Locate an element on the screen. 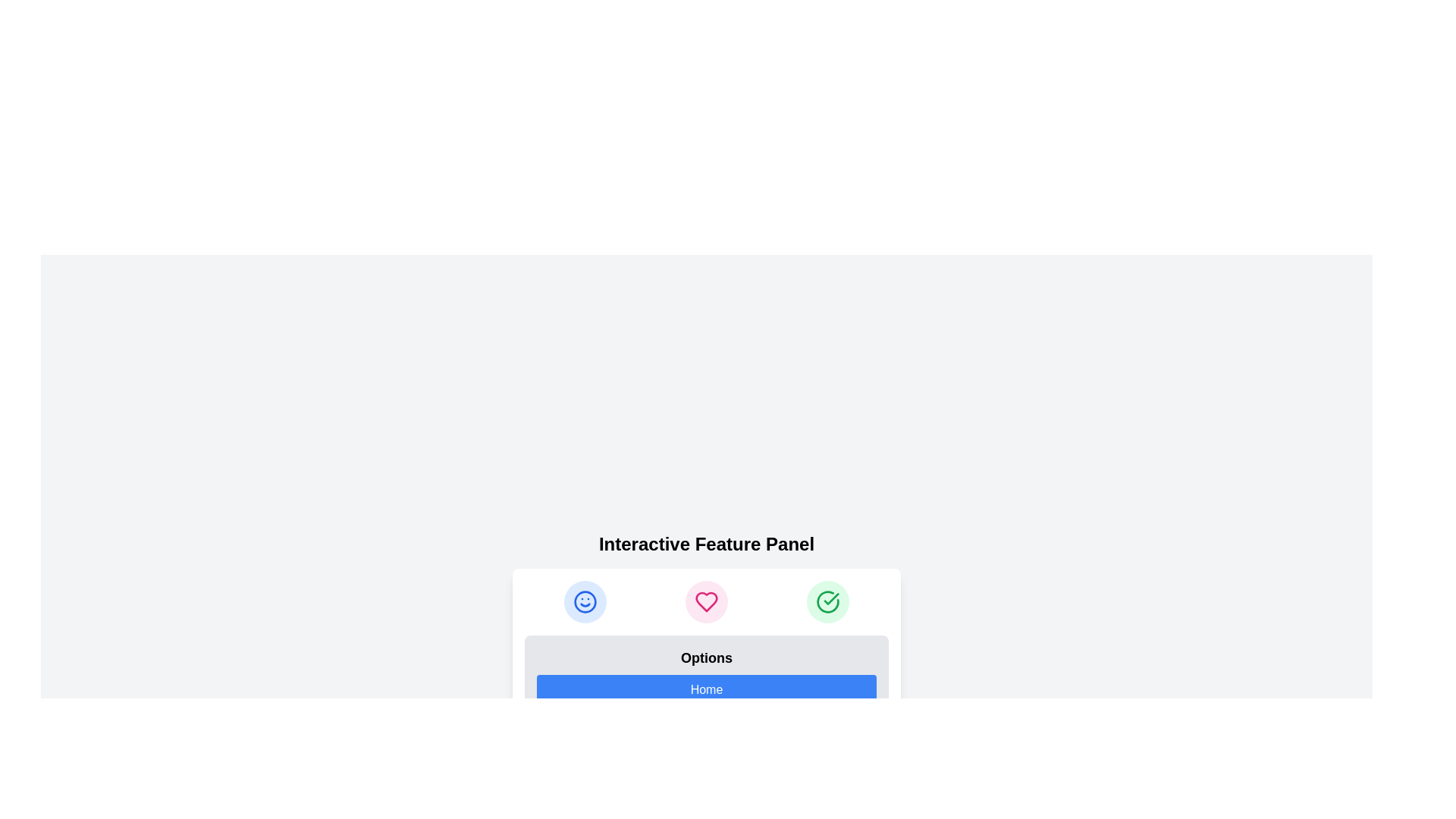 This screenshot has width=1456, height=819. the 'Home' button located within the 'Options' panel of the 'Interactive Feature Panel' is located at coordinates (705, 690).